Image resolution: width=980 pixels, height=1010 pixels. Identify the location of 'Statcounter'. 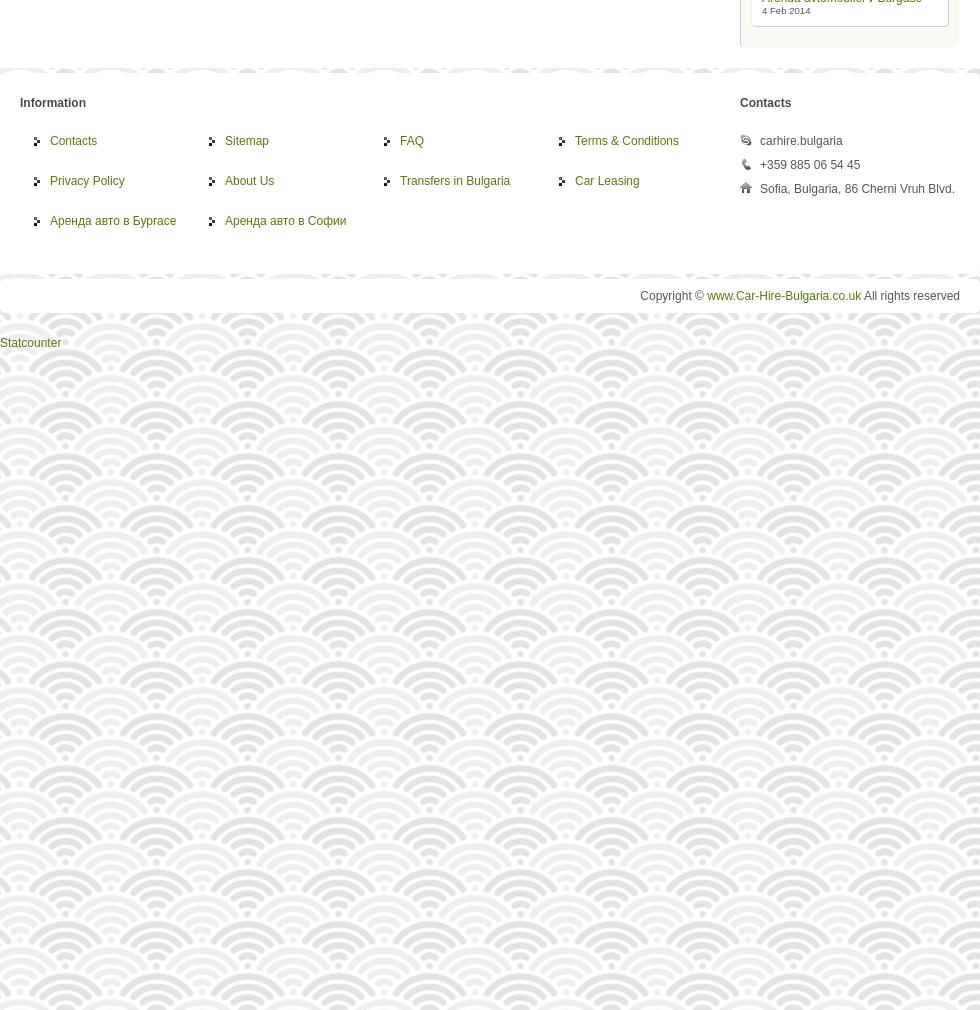
(30, 342).